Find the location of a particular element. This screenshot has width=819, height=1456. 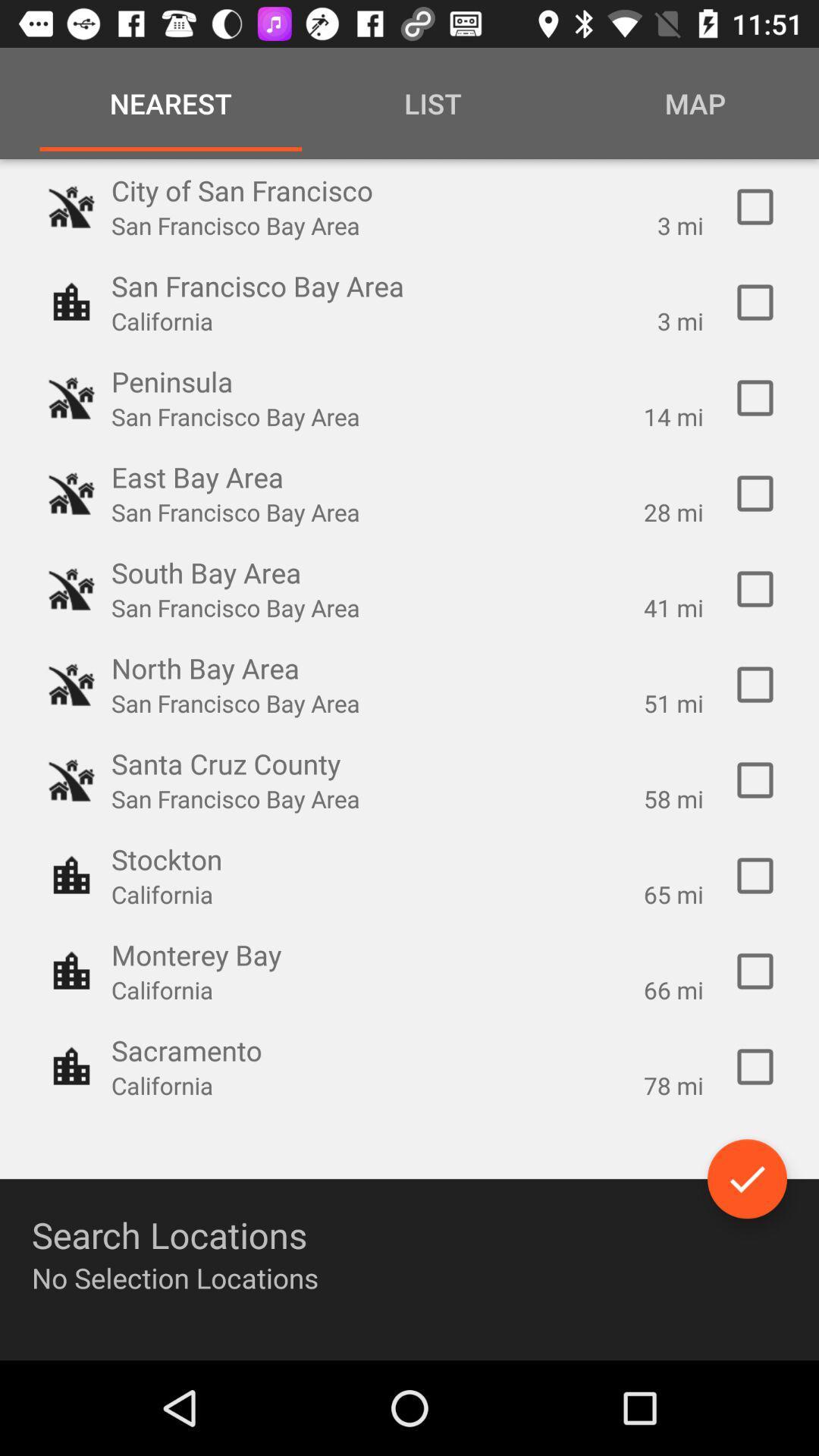

nearest location is located at coordinates (755, 206).